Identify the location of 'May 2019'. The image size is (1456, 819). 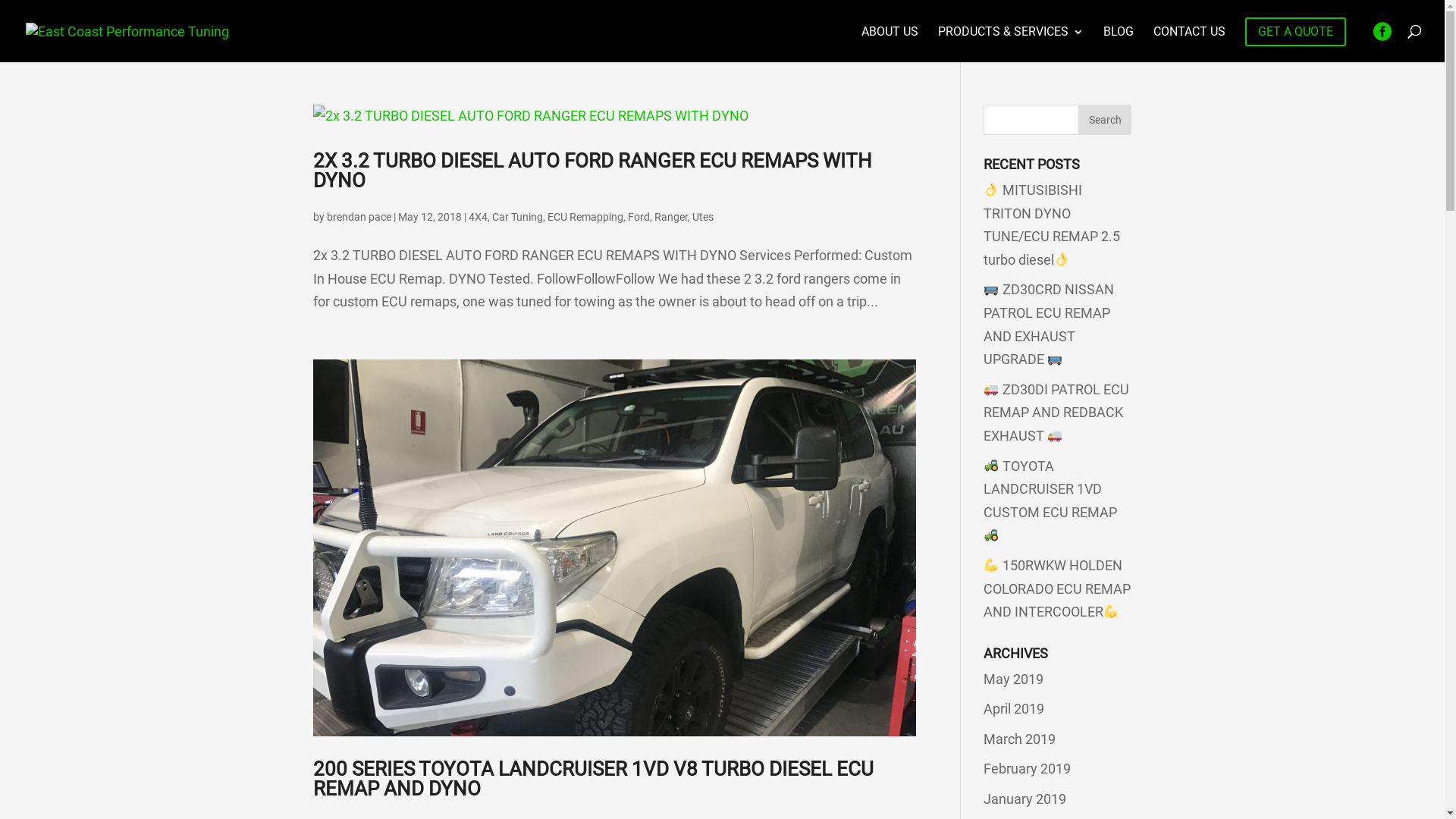
(1013, 678).